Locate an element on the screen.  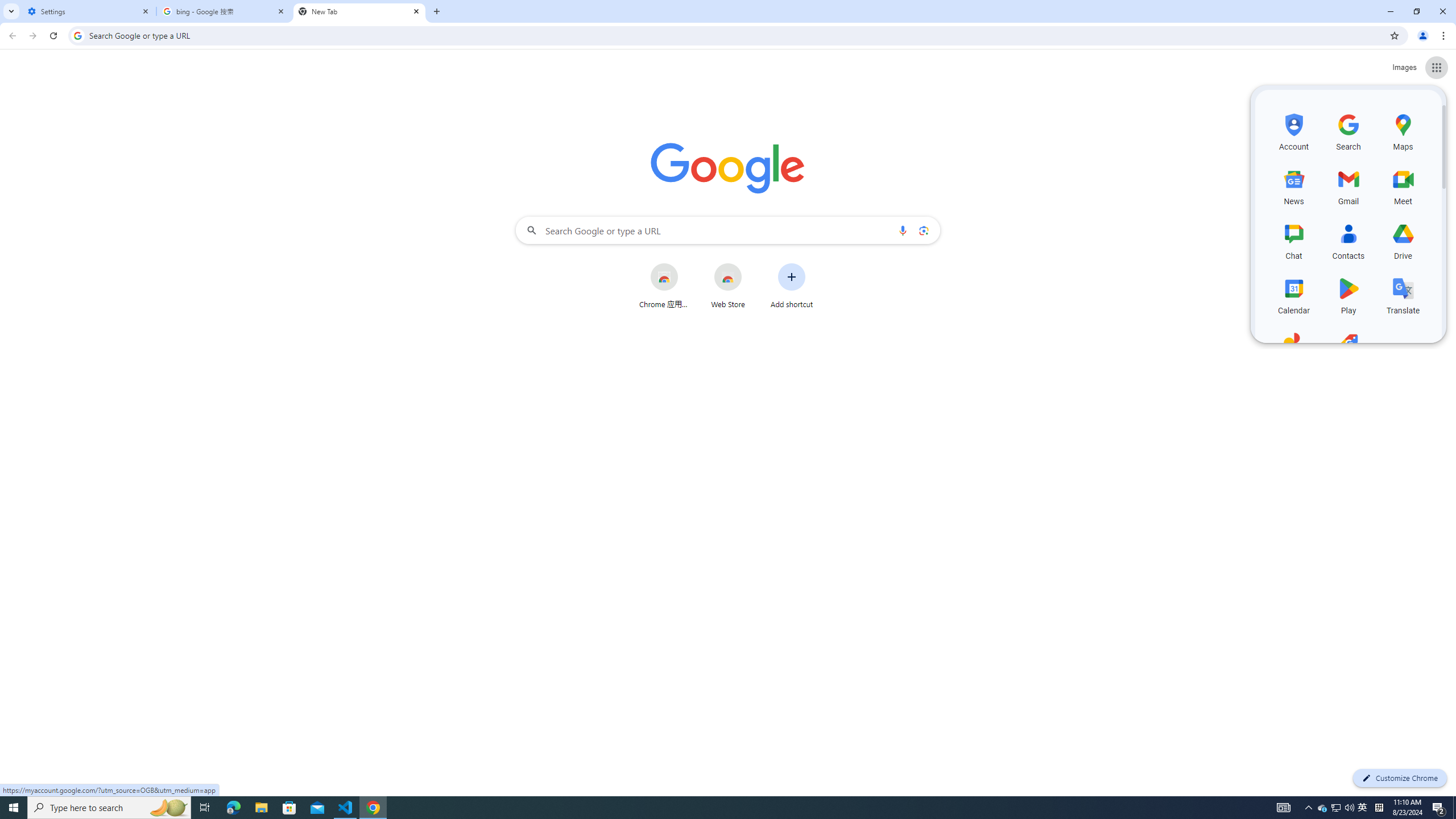
'Gmail, row 2 of 5 and column 2 of 3 in the first section' is located at coordinates (1349, 185).